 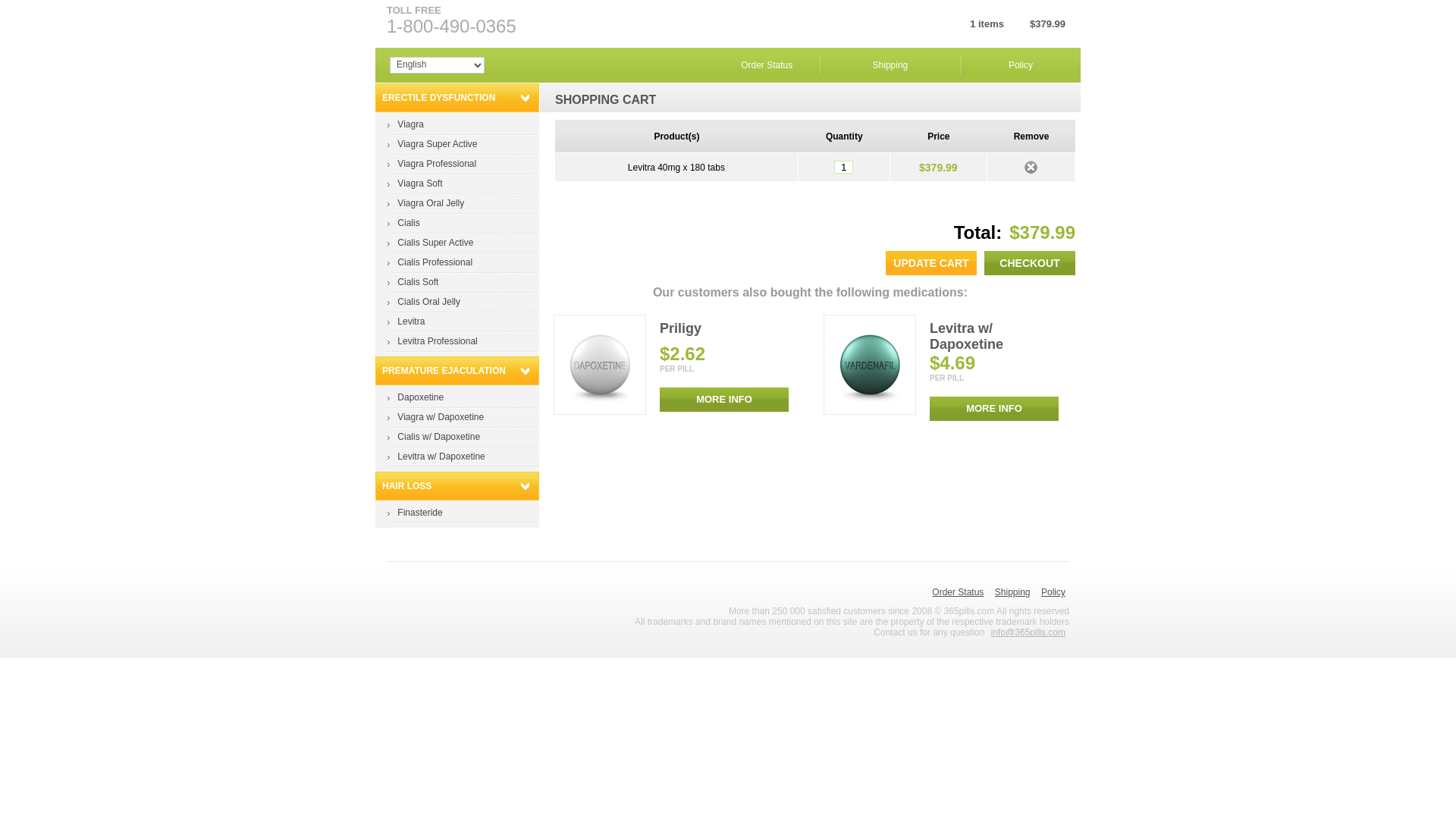 I want to click on 'Viagra w/ Dapoxetine', so click(x=439, y=417).